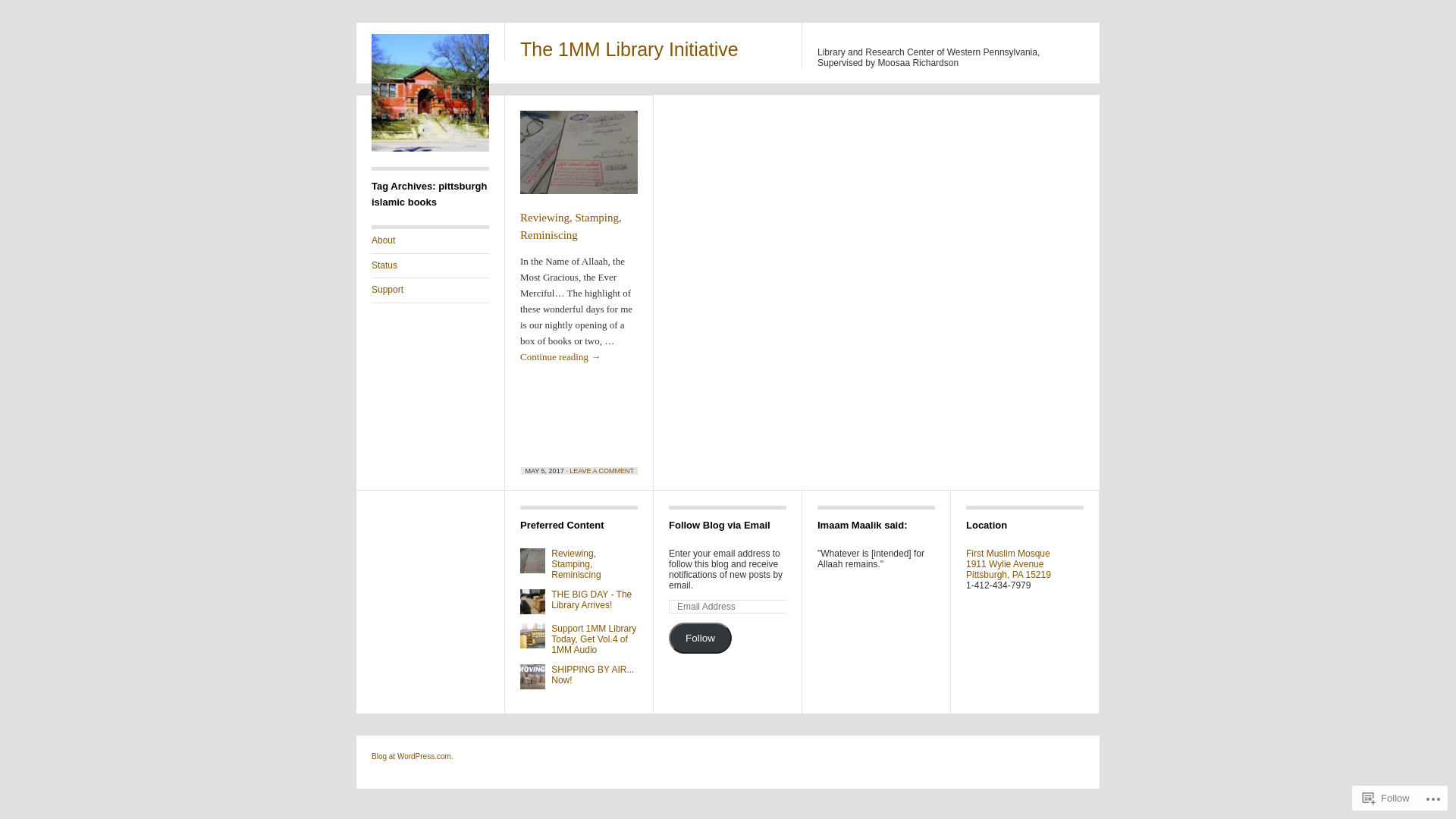  Describe the element at coordinates (550, 639) in the screenshot. I see `'Support 1MM Library Today, Get Vol.4 of 1MM Audio'` at that location.